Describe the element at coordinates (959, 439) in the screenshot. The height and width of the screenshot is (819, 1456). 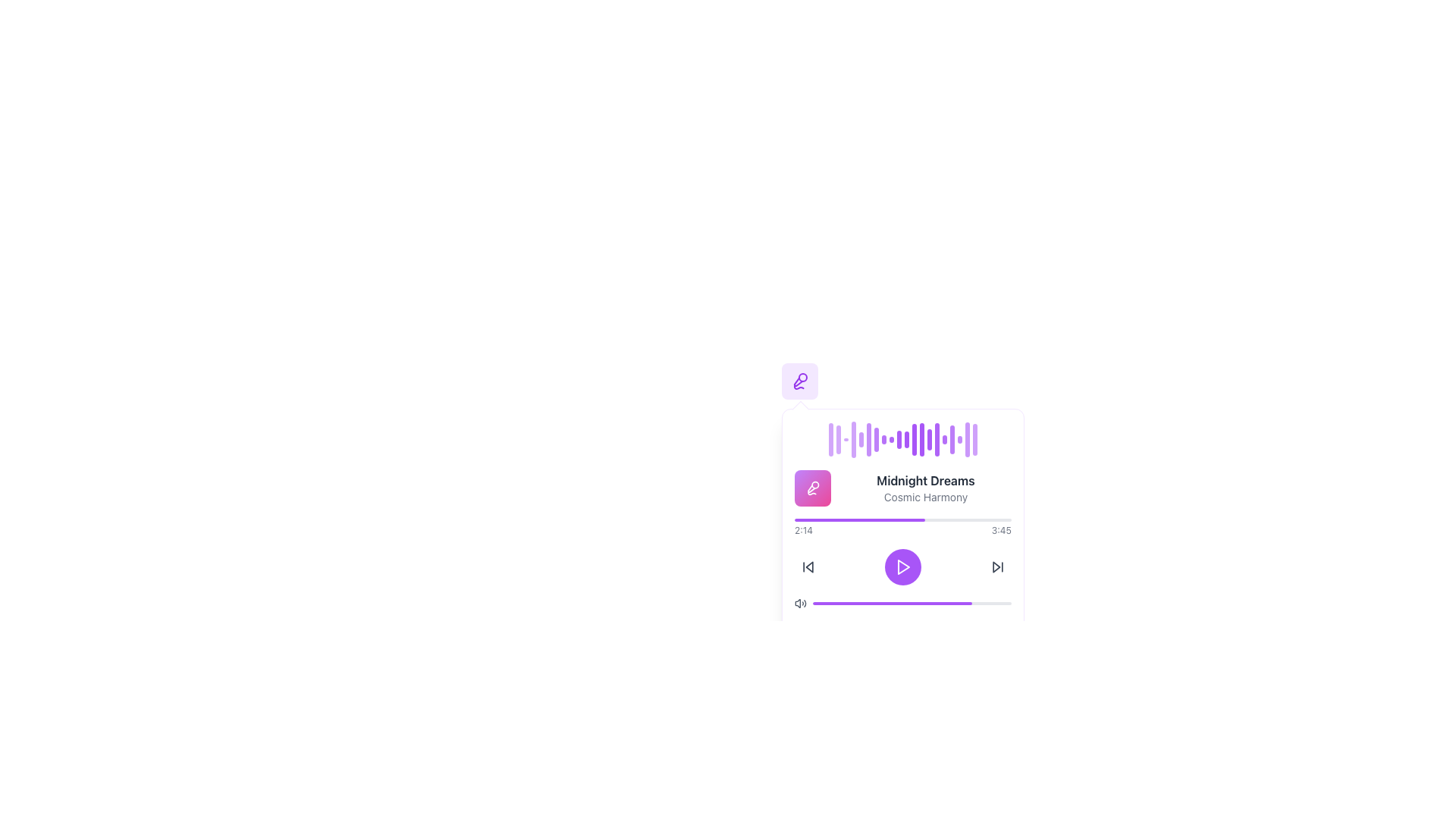
I see `the 18th purple vertical bar with rounded ends that has a pulsating animation effect` at that location.